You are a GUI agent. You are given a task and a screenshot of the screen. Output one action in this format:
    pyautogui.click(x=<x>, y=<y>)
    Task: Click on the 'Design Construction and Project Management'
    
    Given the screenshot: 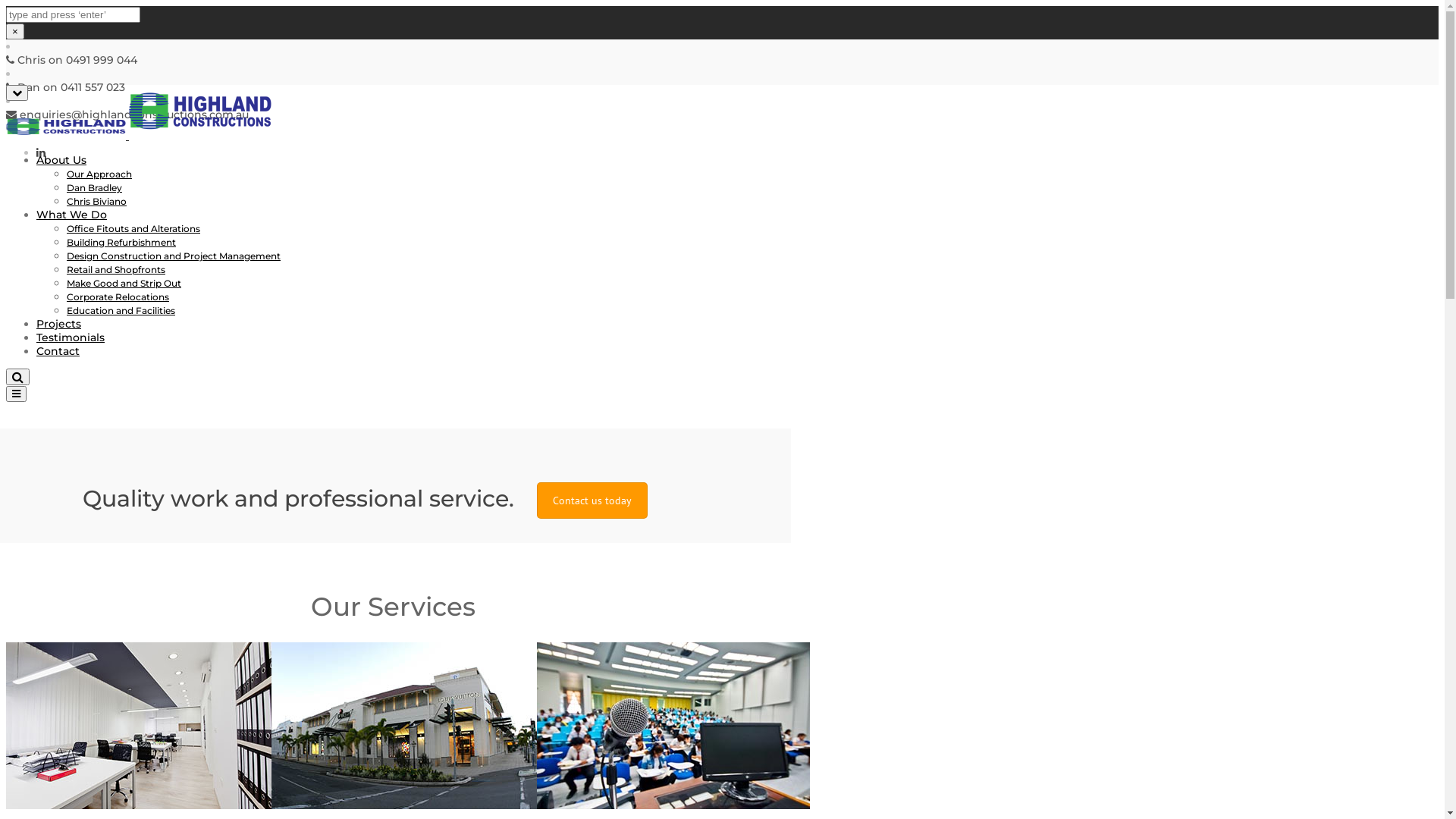 What is the action you would take?
    pyautogui.click(x=65, y=255)
    